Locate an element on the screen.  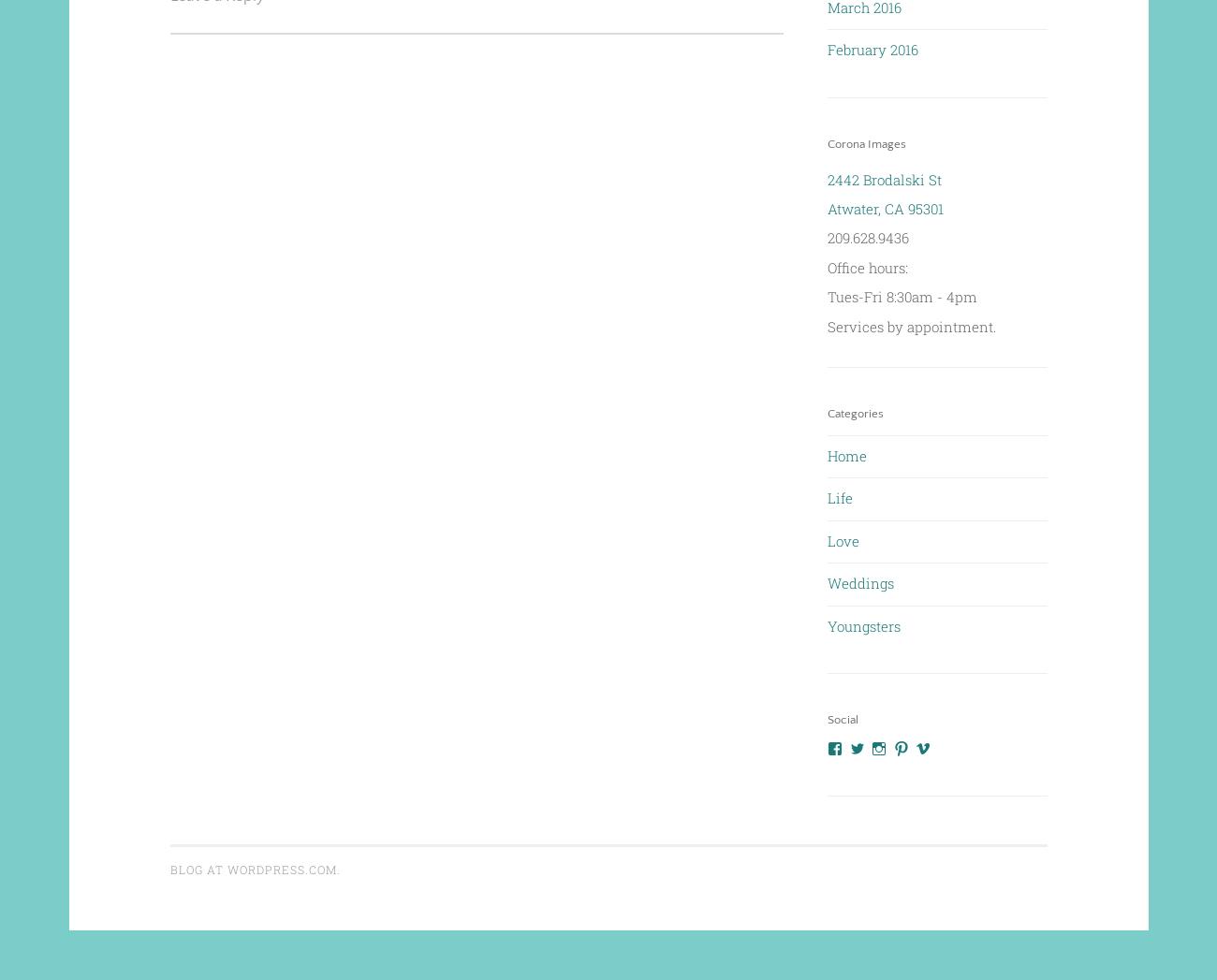
'Youngsters' is located at coordinates (827, 623).